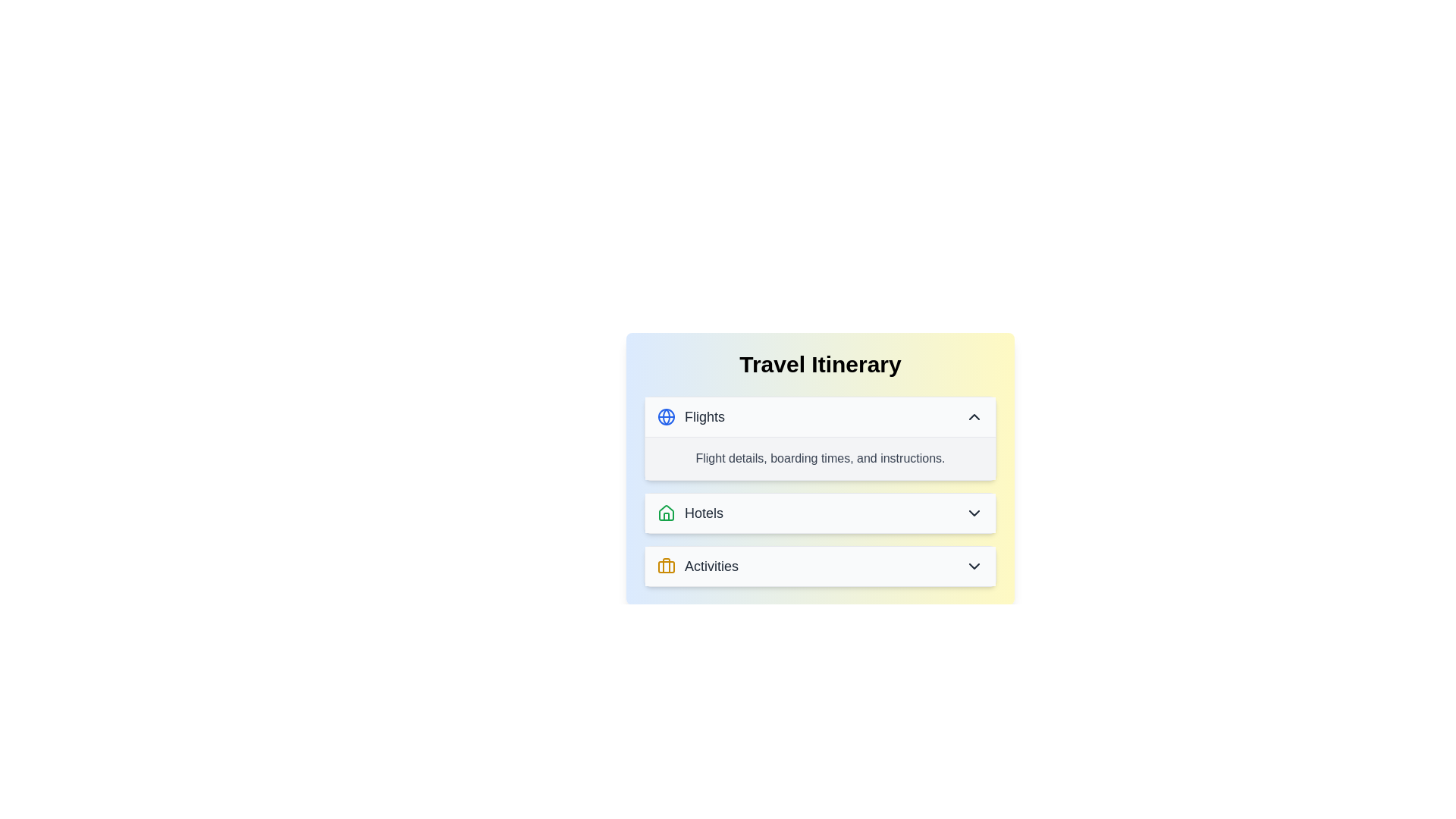  Describe the element at coordinates (666, 512) in the screenshot. I see `the green house icon outlined in green strokes, located in the central section of the Hotels row in the Travel Itinerary card interface` at that location.